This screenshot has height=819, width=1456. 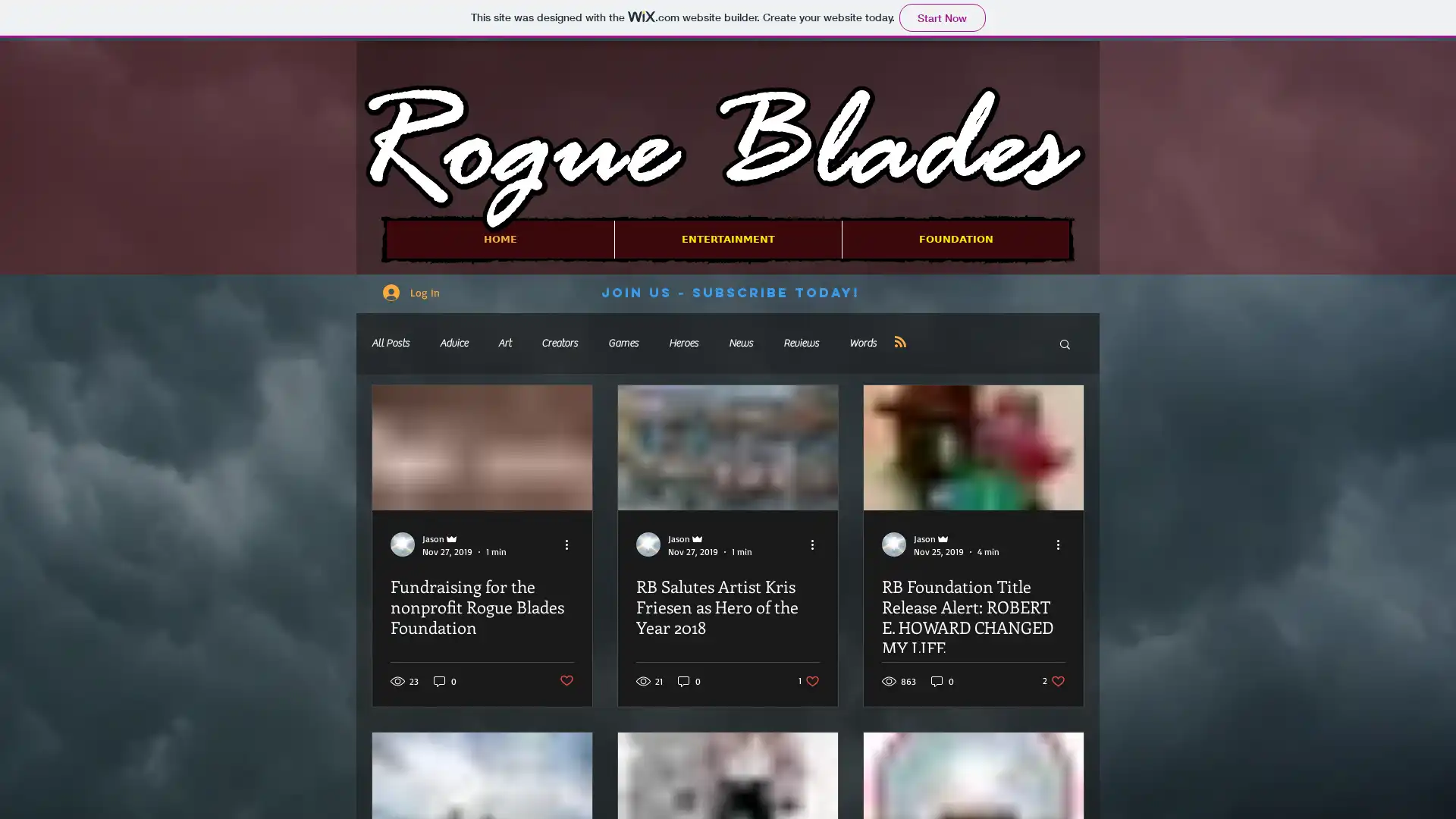 What do you see at coordinates (682, 343) in the screenshot?
I see `Heroes` at bounding box center [682, 343].